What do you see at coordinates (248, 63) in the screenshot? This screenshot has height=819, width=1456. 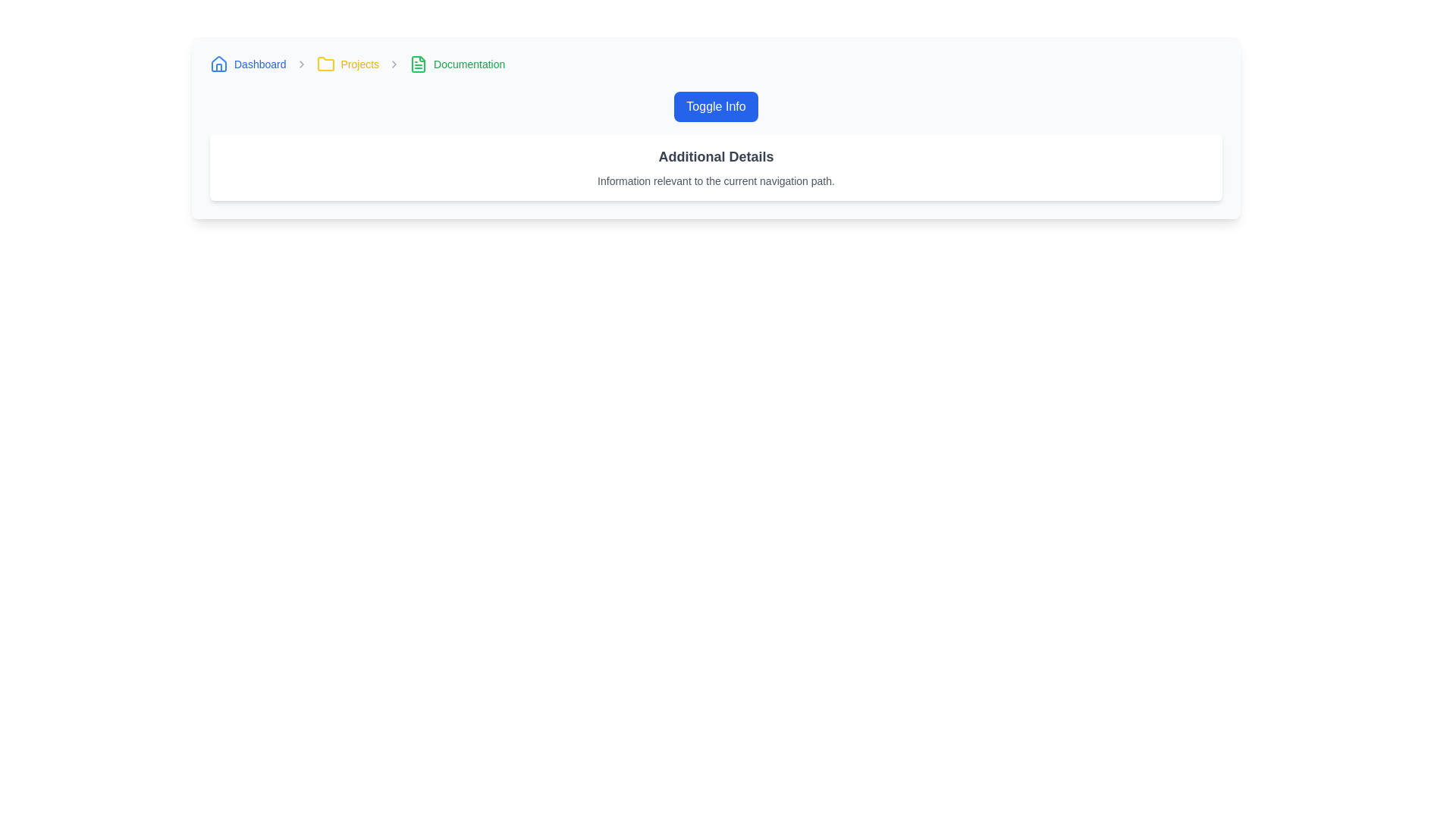 I see `the 'Dashboard' breadcrumb link` at bounding box center [248, 63].